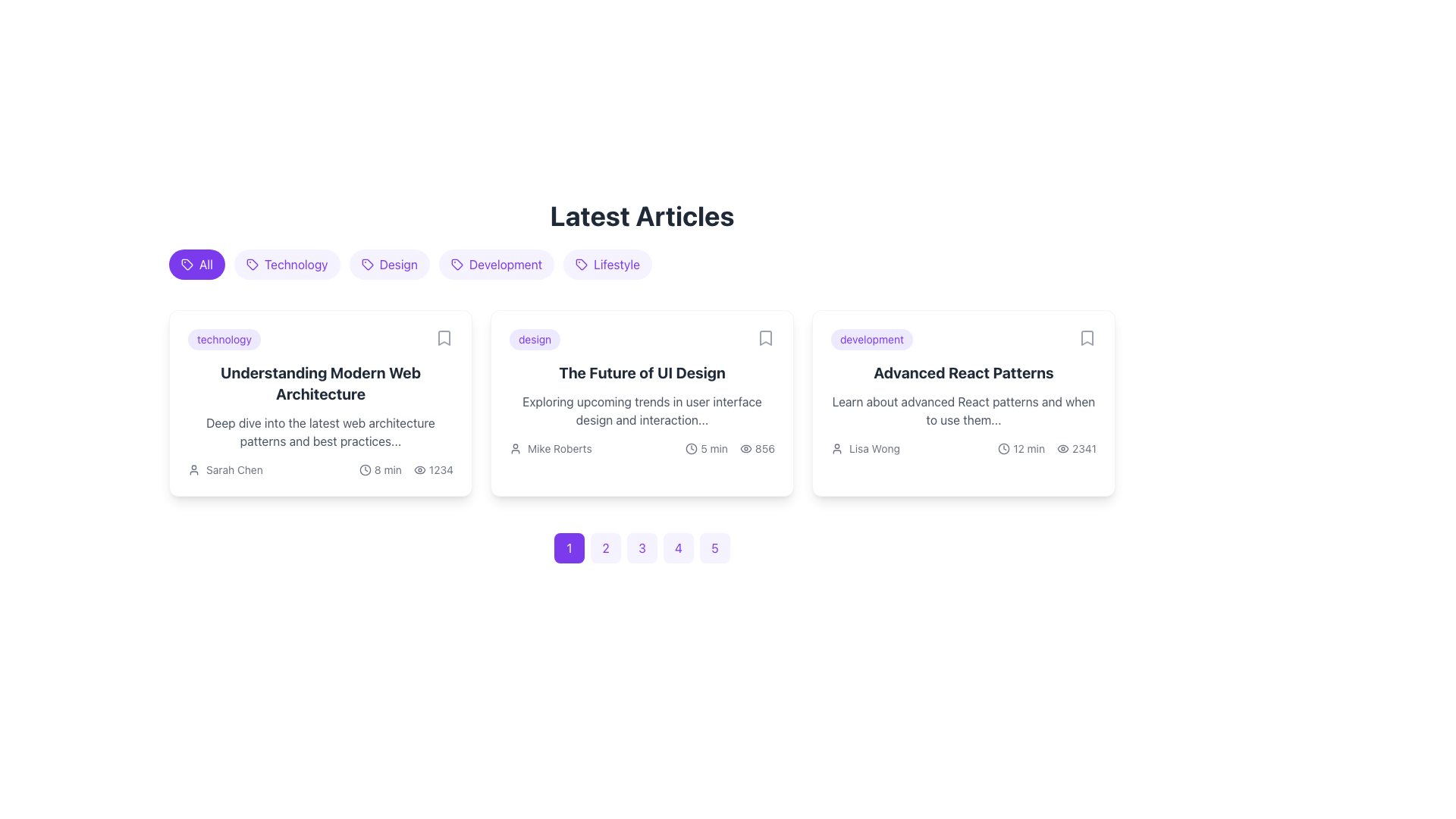  What do you see at coordinates (607, 263) in the screenshot?
I see `the 'Lifestyle' category filter button` at bounding box center [607, 263].